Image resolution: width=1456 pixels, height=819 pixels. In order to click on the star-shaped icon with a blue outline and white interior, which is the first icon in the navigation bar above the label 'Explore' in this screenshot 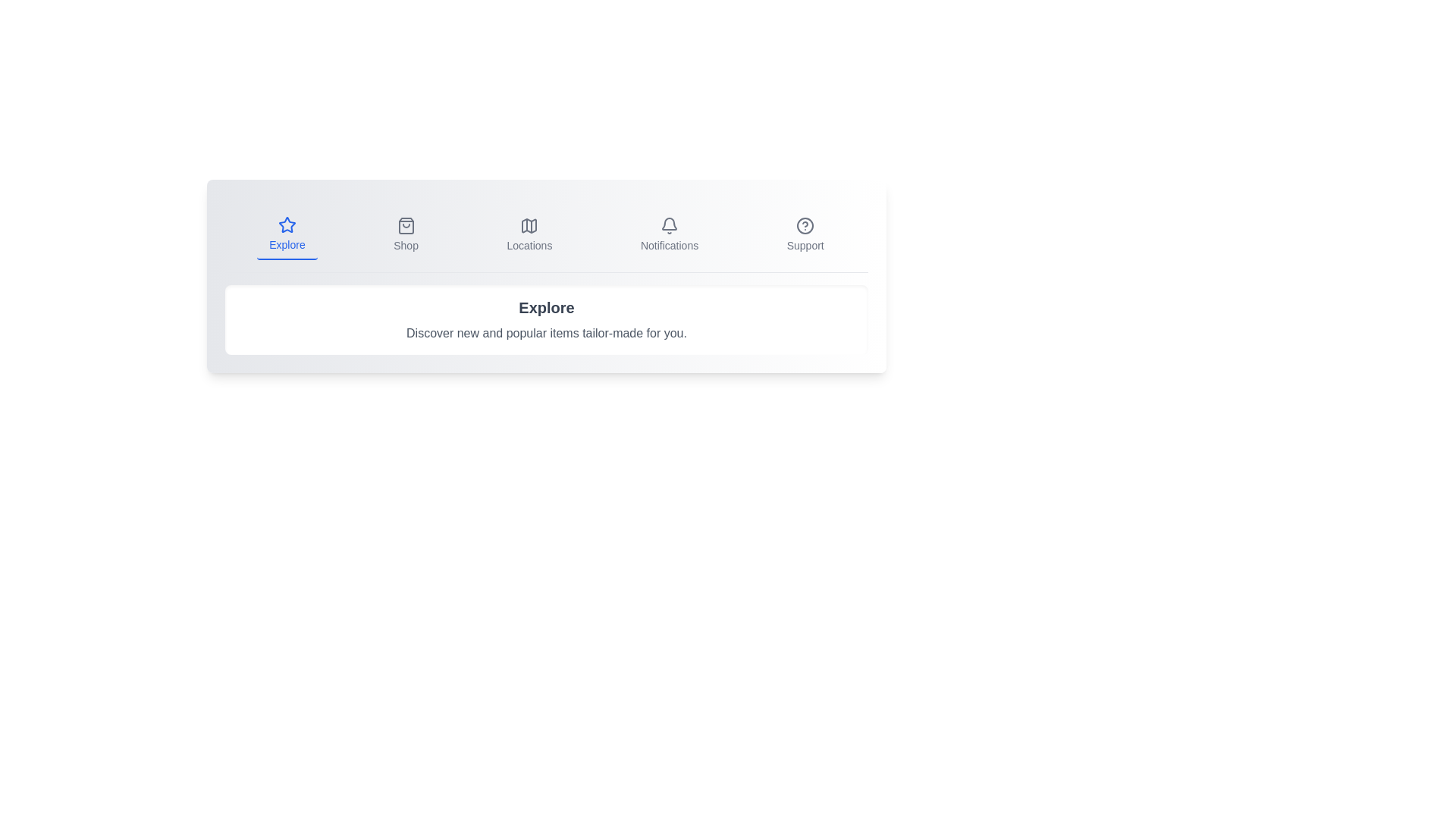, I will do `click(287, 224)`.